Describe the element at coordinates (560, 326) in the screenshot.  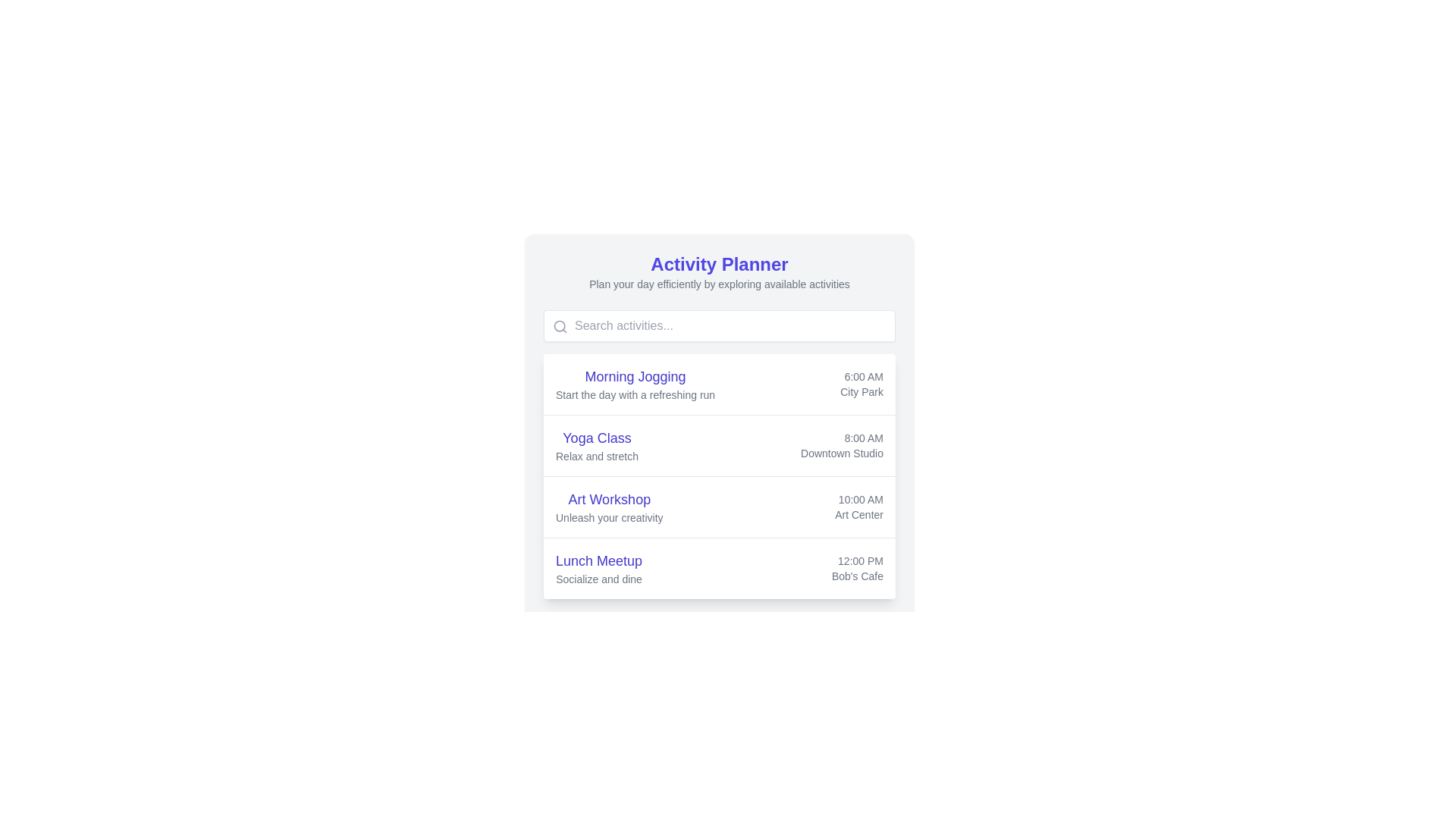
I see `the search icon located near the left edge of the search bar at the top of the activity list section, which serves as a visual indicator for searching` at that location.